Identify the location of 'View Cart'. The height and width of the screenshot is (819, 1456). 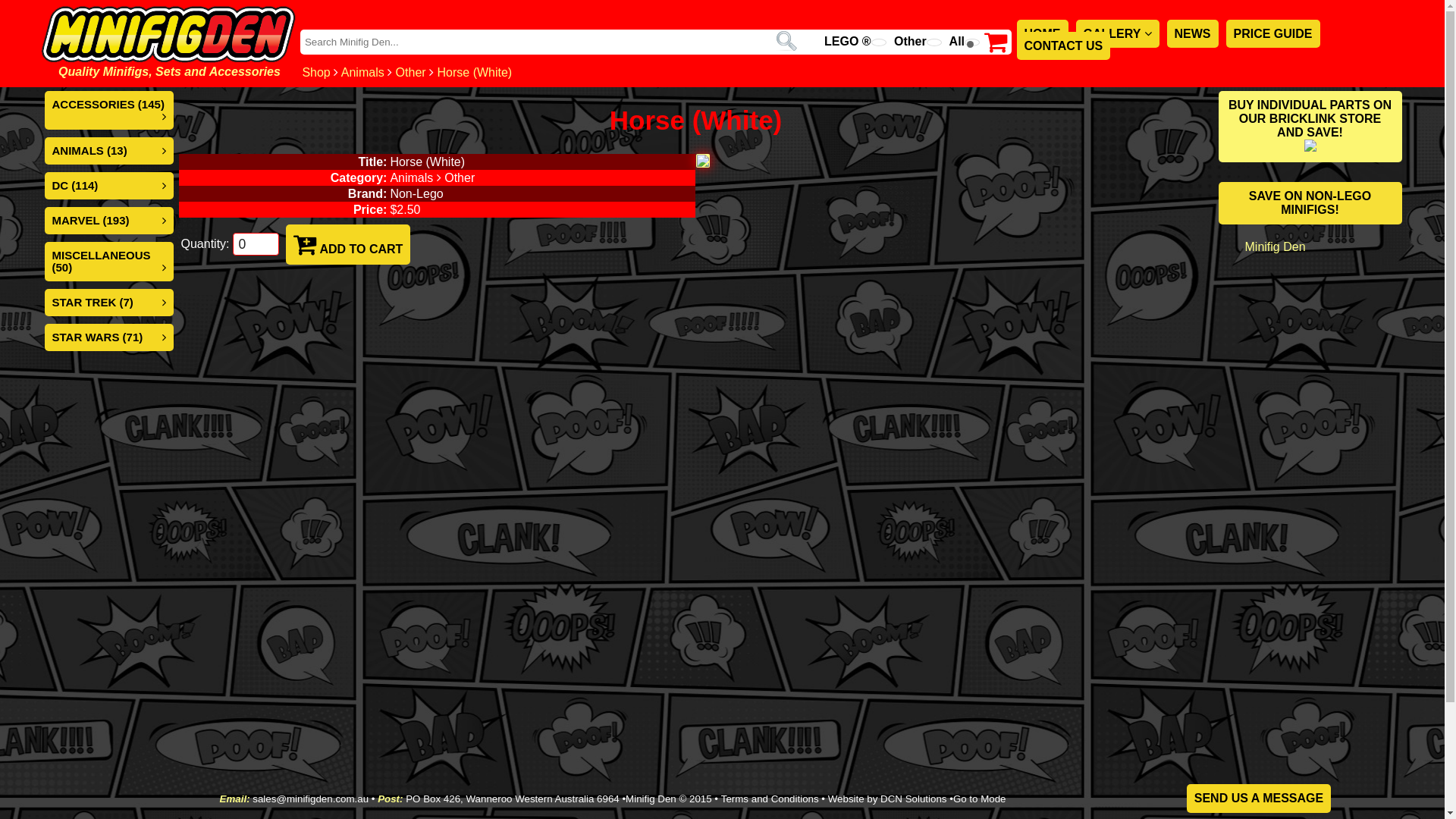
(996, 45).